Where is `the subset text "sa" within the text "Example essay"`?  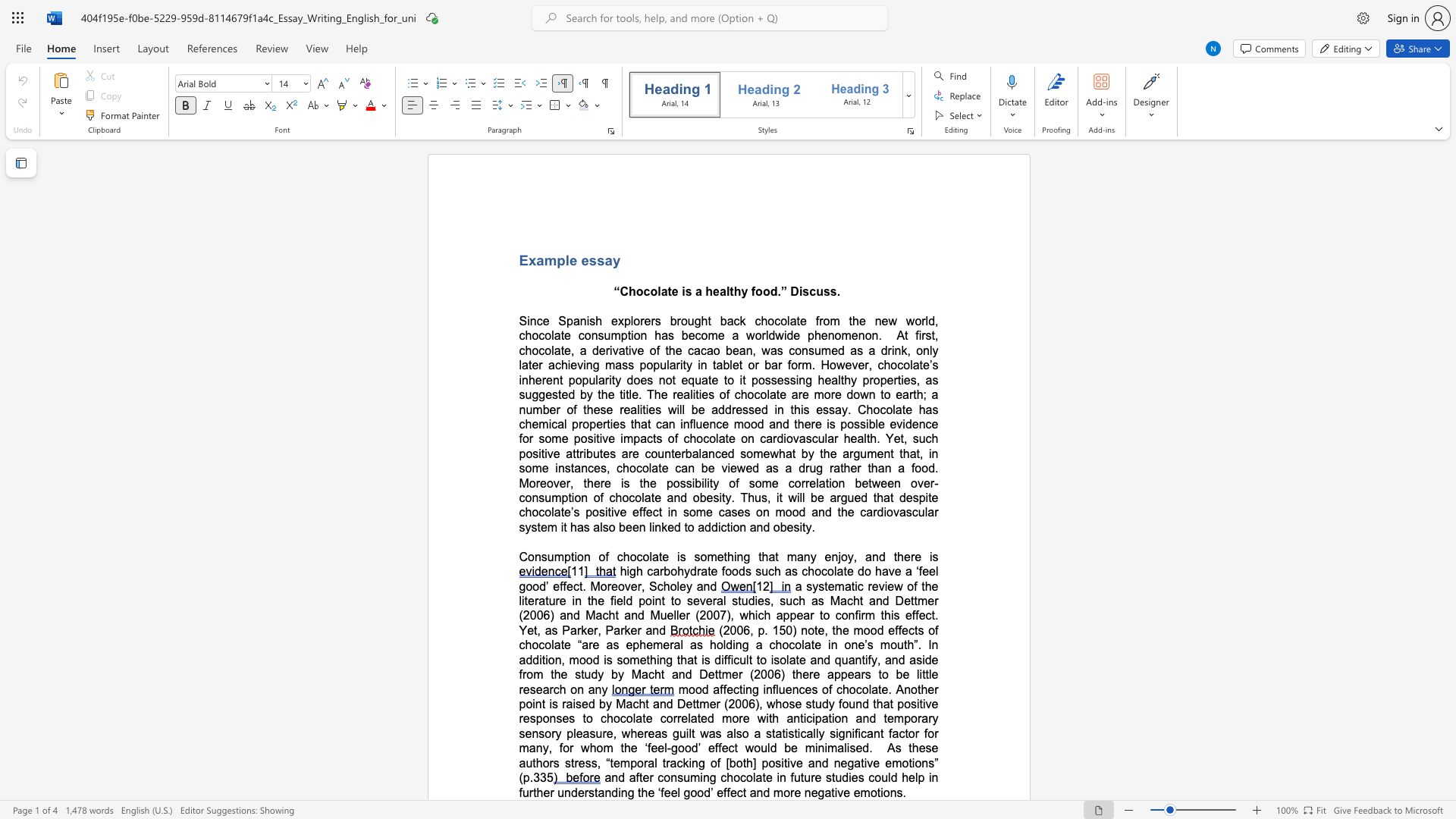
the subset text "sa" within the text "Example essay" is located at coordinates (596, 259).